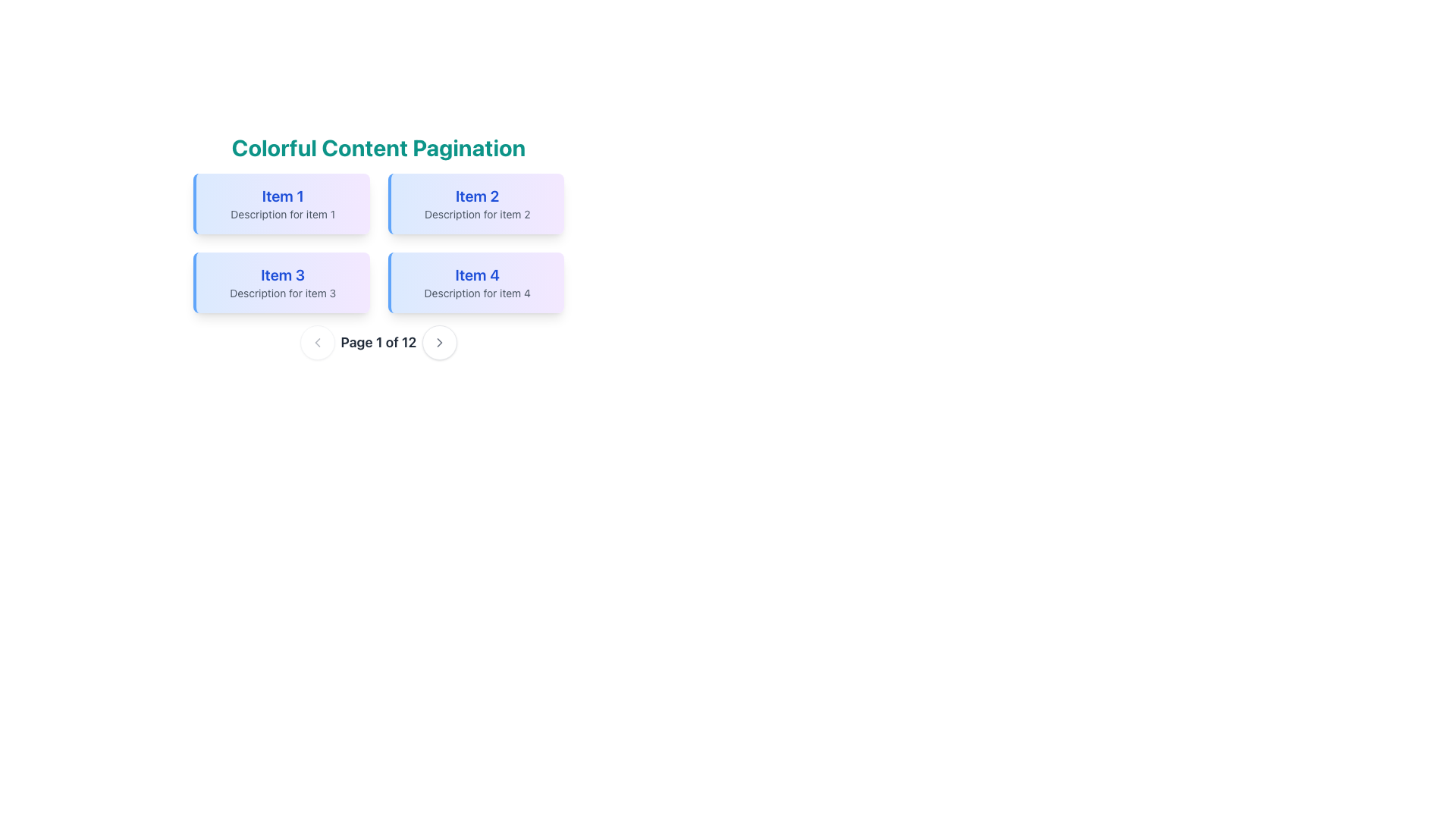  What do you see at coordinates (316, 342) in the screenshot?
I see `the pagination button that allows navigation to the previous page, located to the left of 'Page 1 of 12'` at bounding box center [316, 342].